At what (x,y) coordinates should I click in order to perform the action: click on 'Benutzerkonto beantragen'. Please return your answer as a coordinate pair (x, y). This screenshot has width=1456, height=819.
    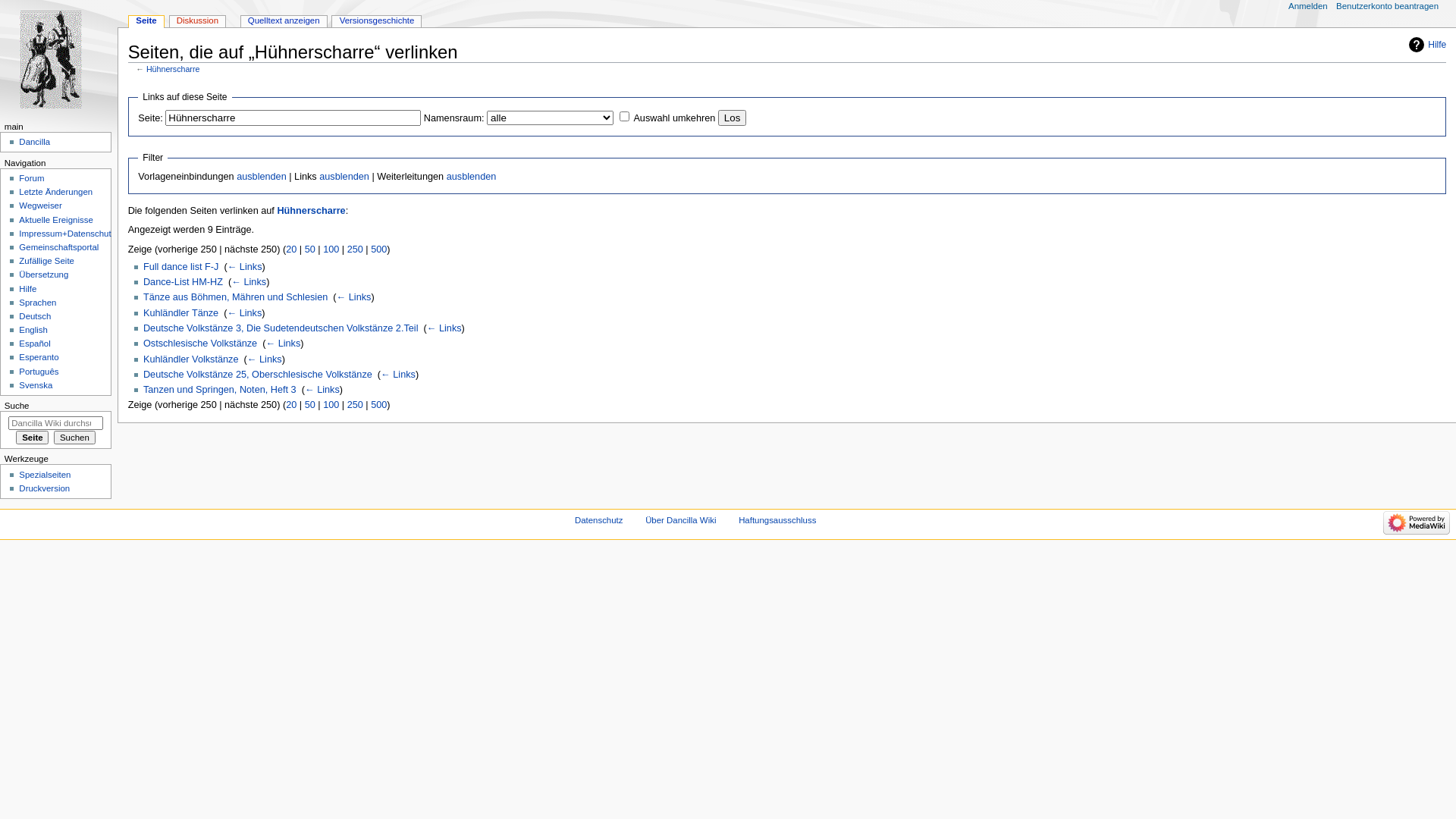
    Looking at the image, I should click on (1335, 6).